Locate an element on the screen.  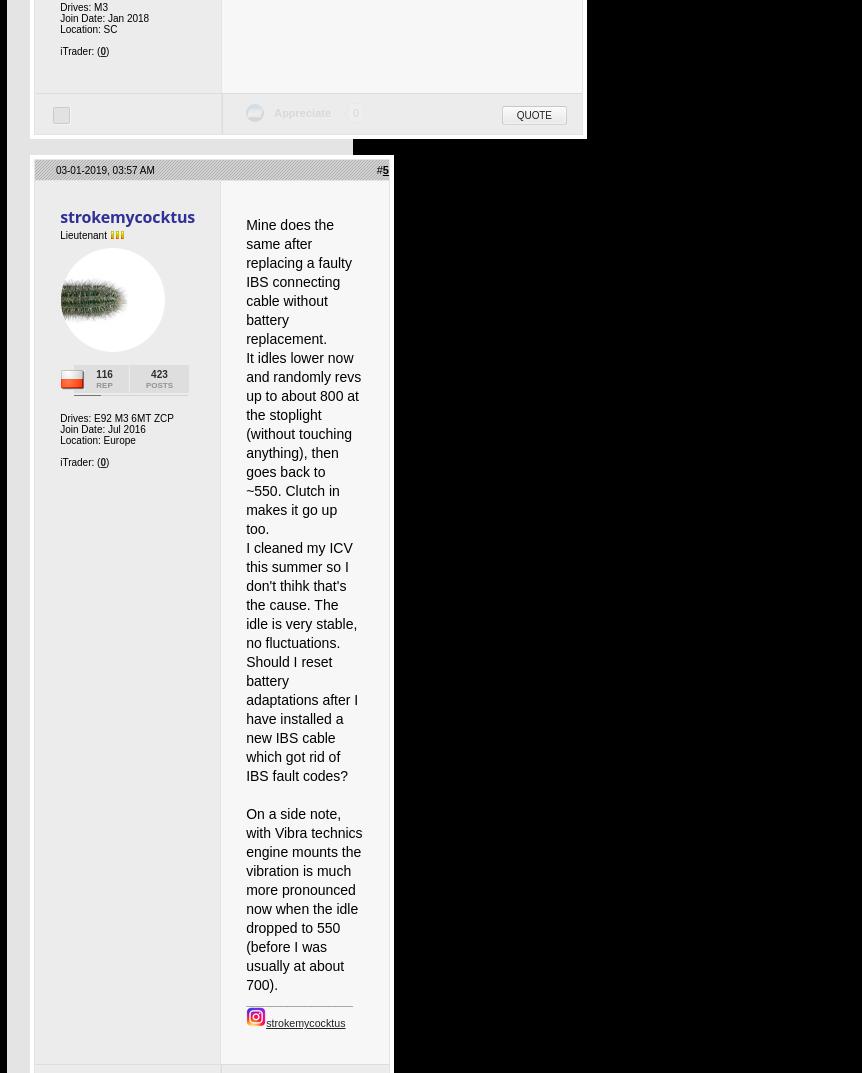
'Should I reset battery adaptations after I have installed a new IBS cable which got rid of IBS fault codes?' is located at coordinates (245, 718).